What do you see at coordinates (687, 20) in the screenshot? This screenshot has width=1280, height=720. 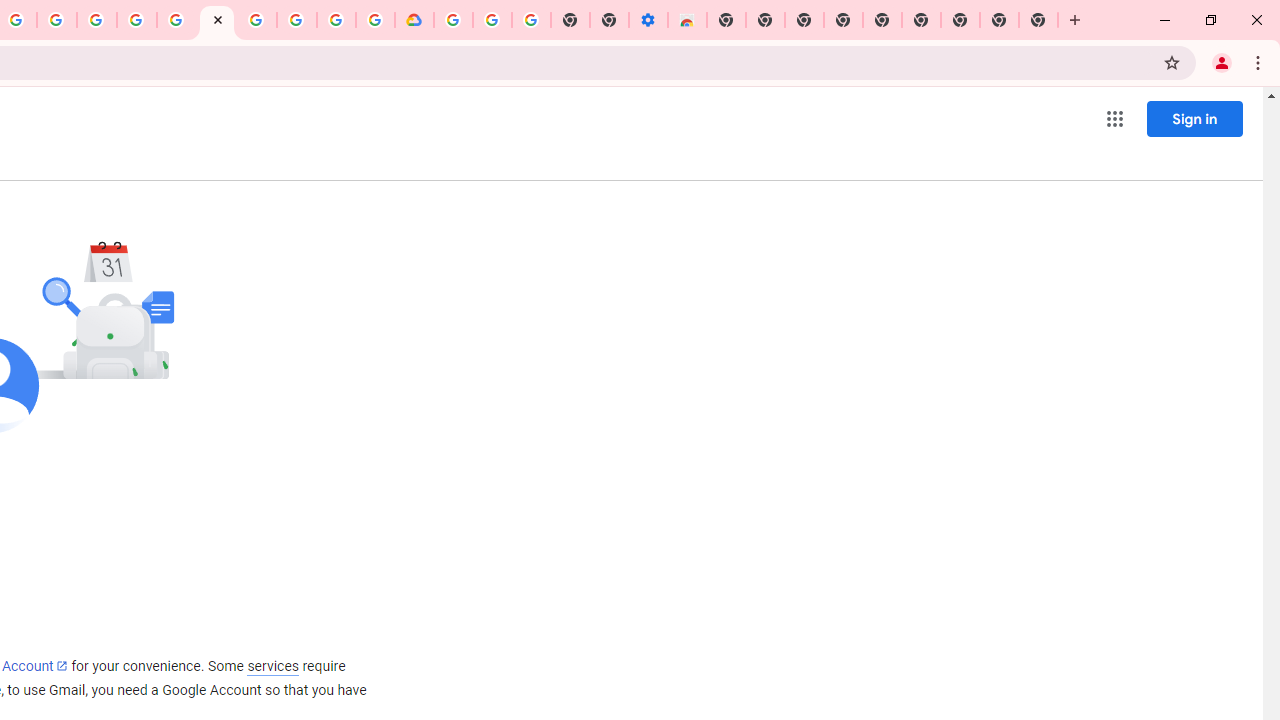 I see `'Chrome Web Store - Accessibility extensions'` at bounding box center [687, 20].